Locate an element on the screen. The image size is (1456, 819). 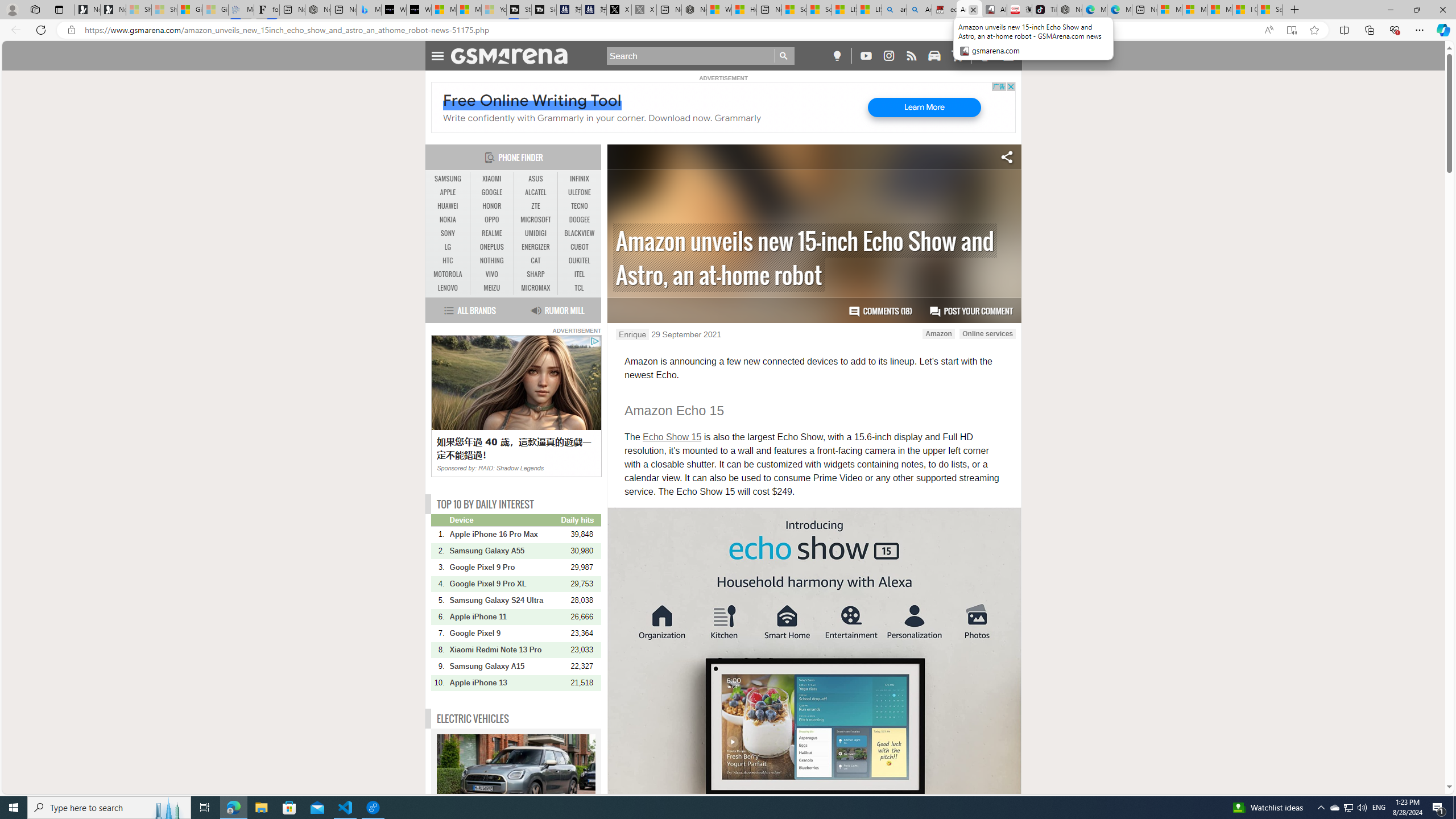
'Amazon' is located at coordinates (938, 333).